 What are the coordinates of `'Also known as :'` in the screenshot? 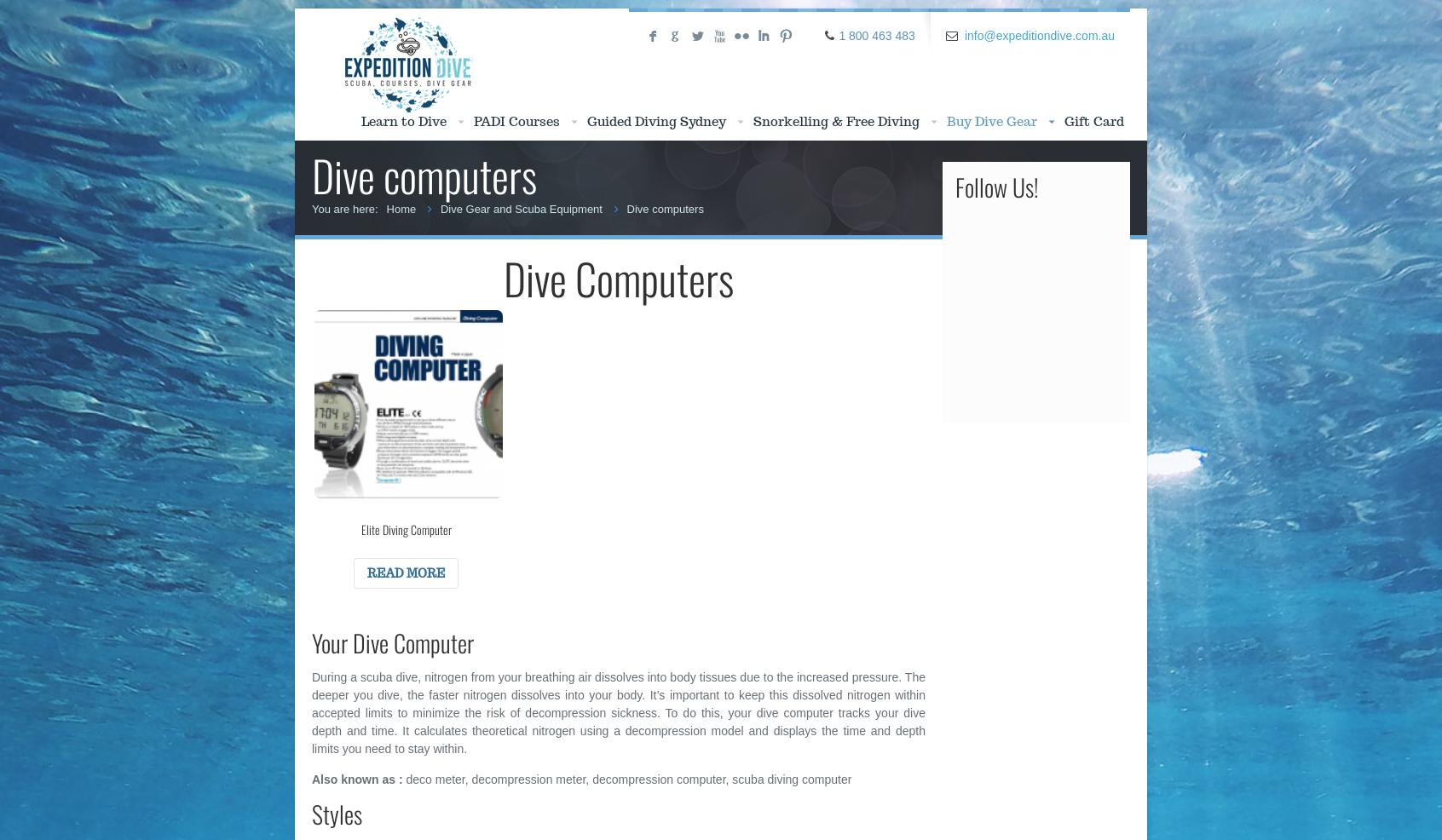 It's located at (356, 780).